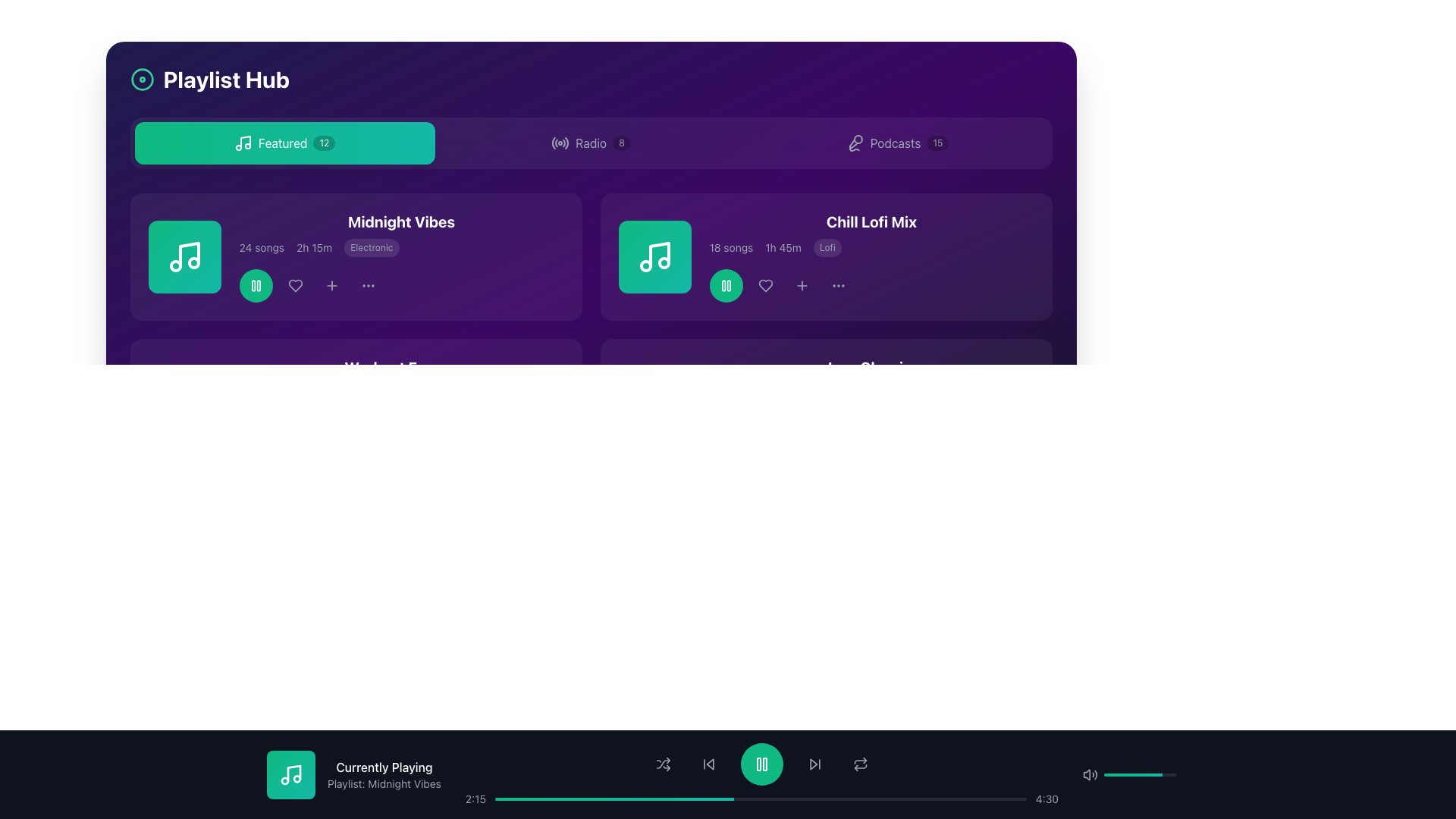 This screenshot has height=819, width=1456. I want to click on the displayed elapsed time on the audio playback bar, which is the first text label to the left of the progress bar, so click(475, 798).